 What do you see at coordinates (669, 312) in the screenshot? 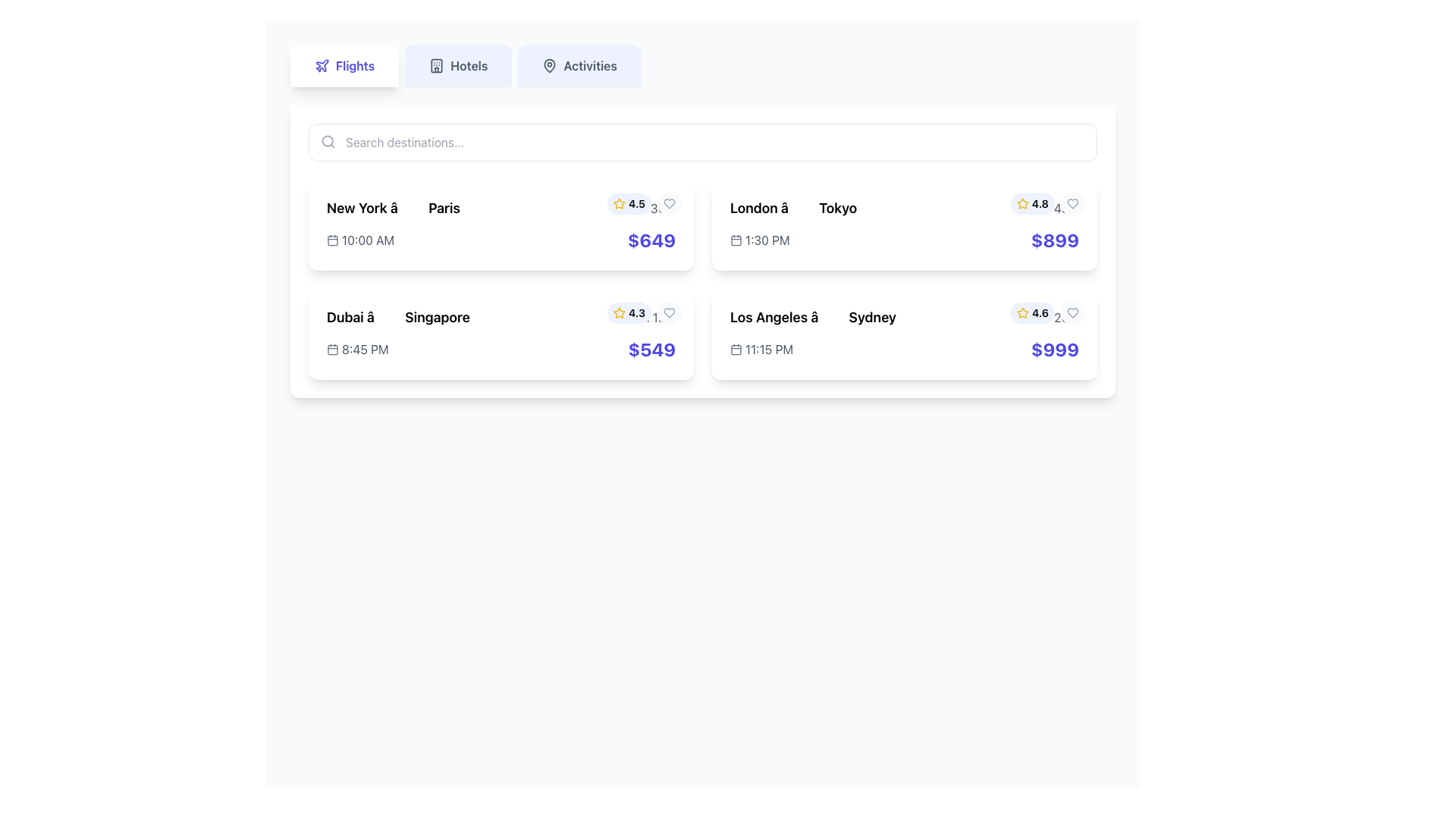
I see `the circular button with a heart icon located in the top-right corner of the information card` at bounding box center [669, 312].